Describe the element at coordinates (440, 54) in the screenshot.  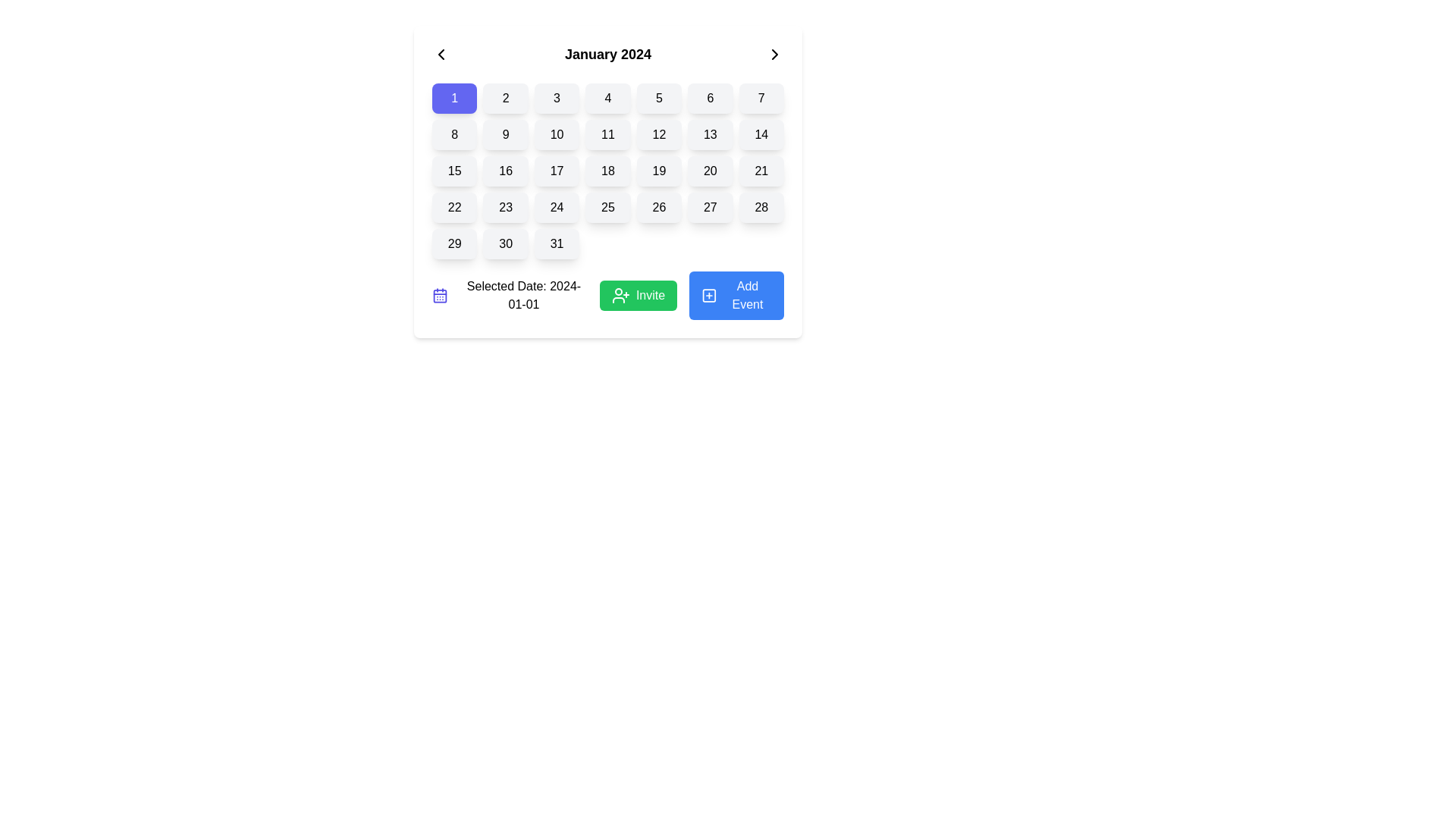
I see `the leftward-pointing chevron icon next to the 'January 2024' text` at that location.